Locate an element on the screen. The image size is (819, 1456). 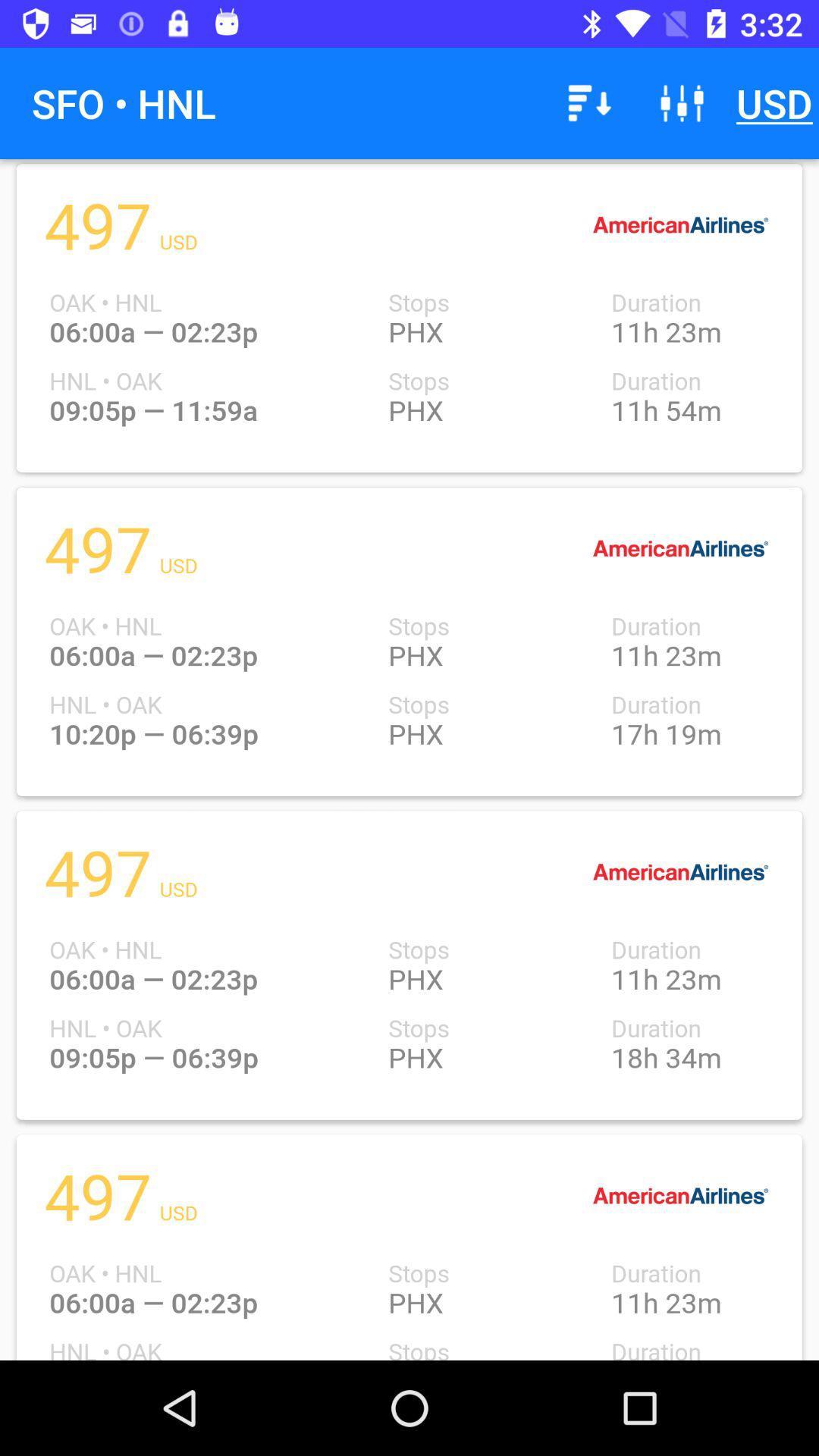
icon next to the usd is located at coordinates (681, 102).